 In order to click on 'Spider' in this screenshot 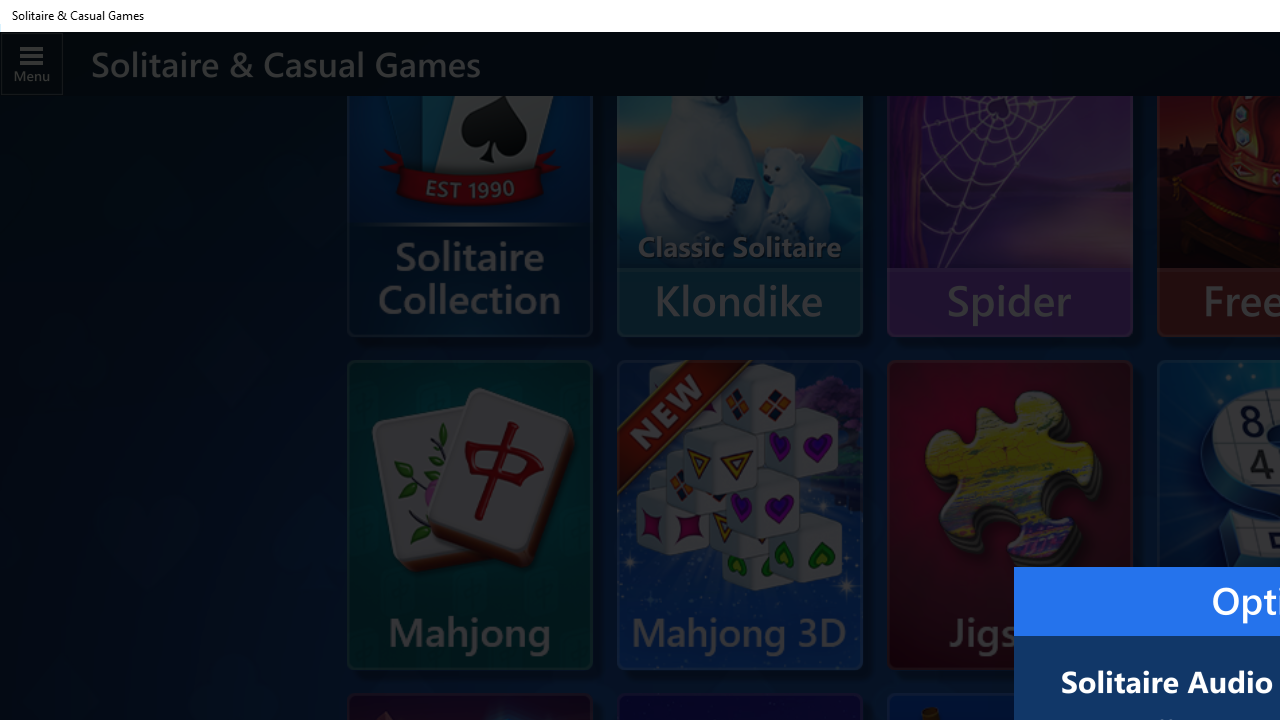, I will do `click(1009, 182)`.